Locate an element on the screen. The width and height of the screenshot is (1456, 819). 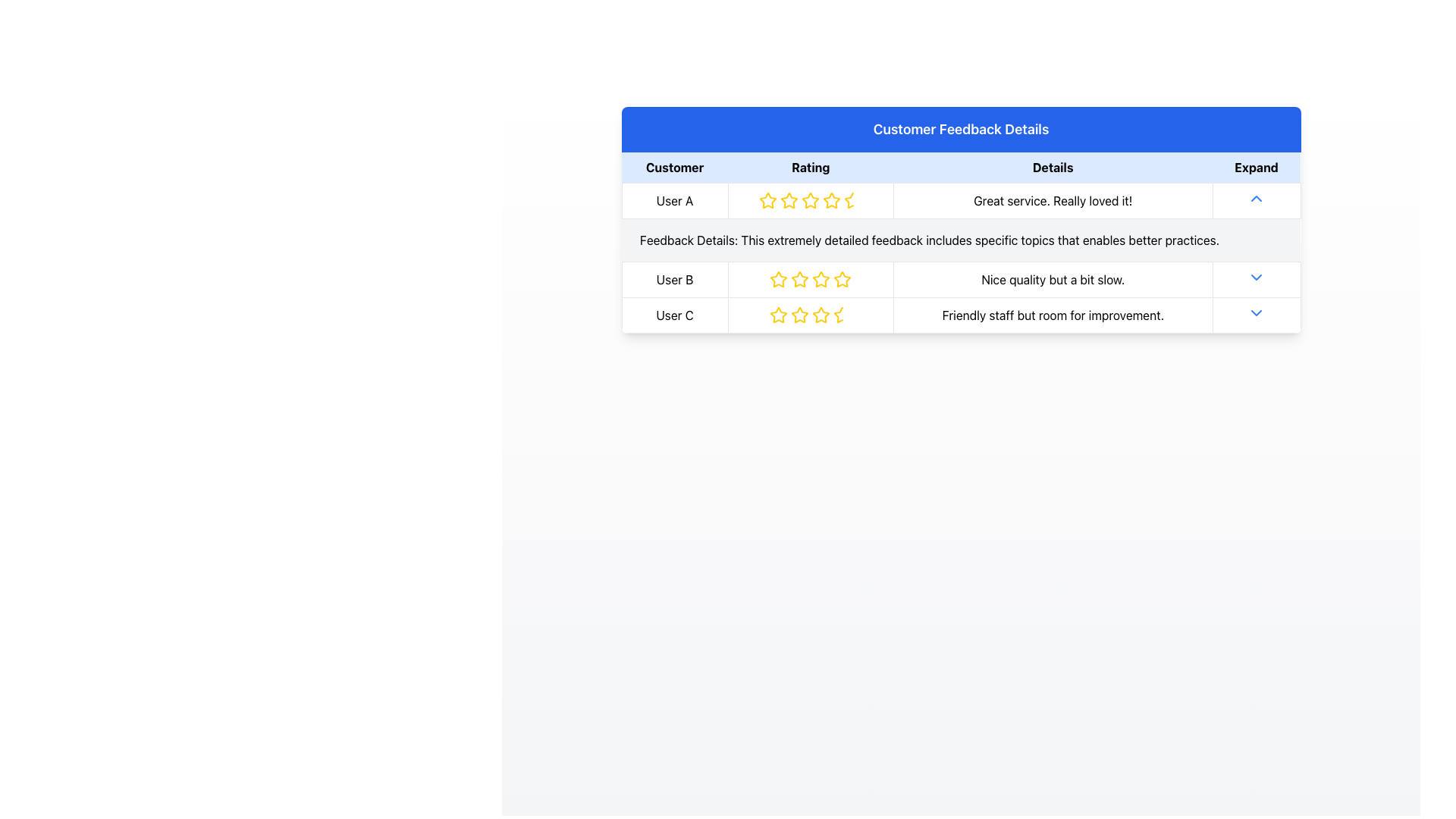
the toggle button in the 'Expand' column for 'User B' is located at coordinates (1257, 280).